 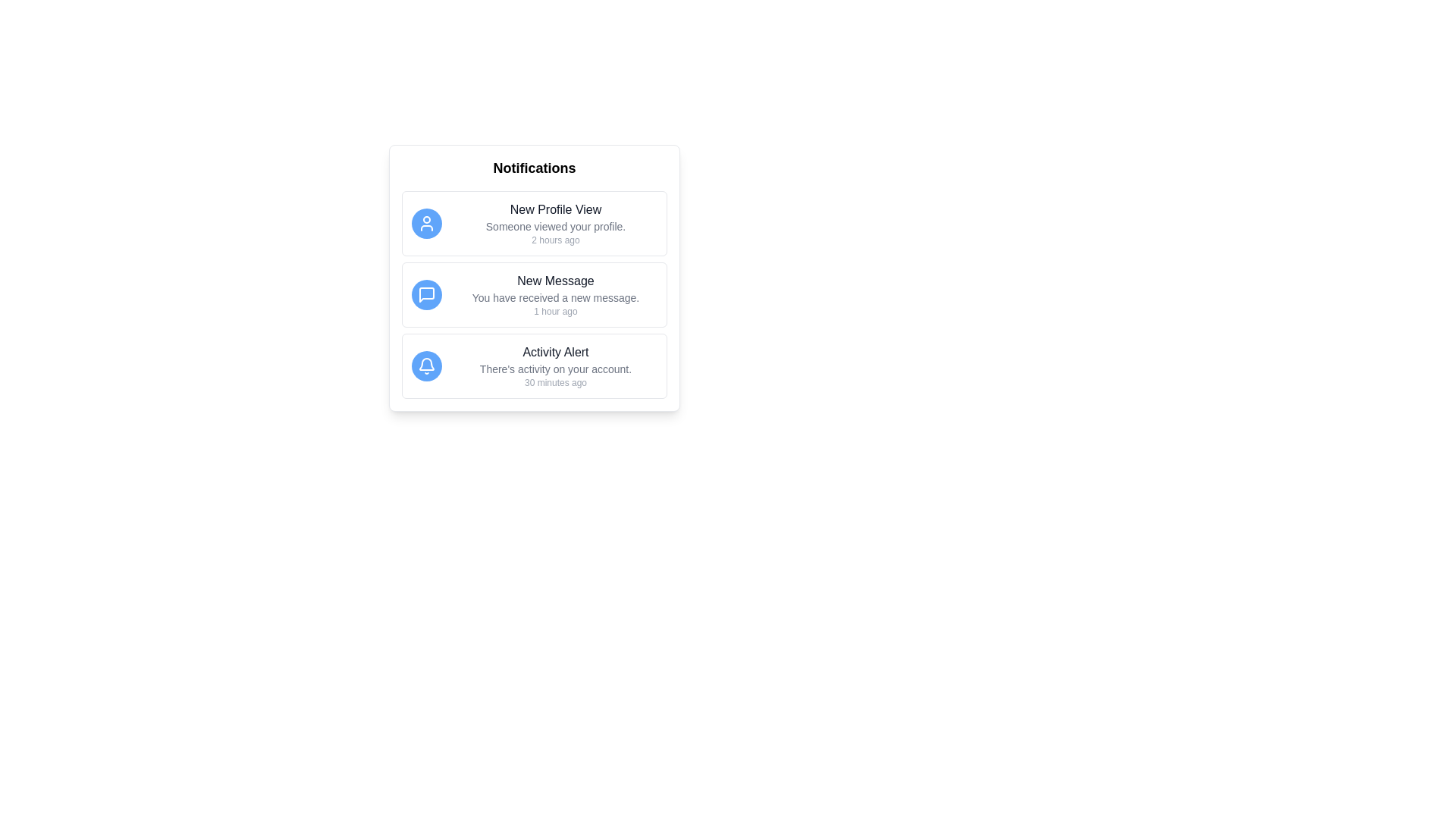 What do you see at coordinates (555, 210) in the screenshot?
I see `the 'New Profile View' text label in the Notifications interface card, which is the first notification title` at bounding box center [555, 210].